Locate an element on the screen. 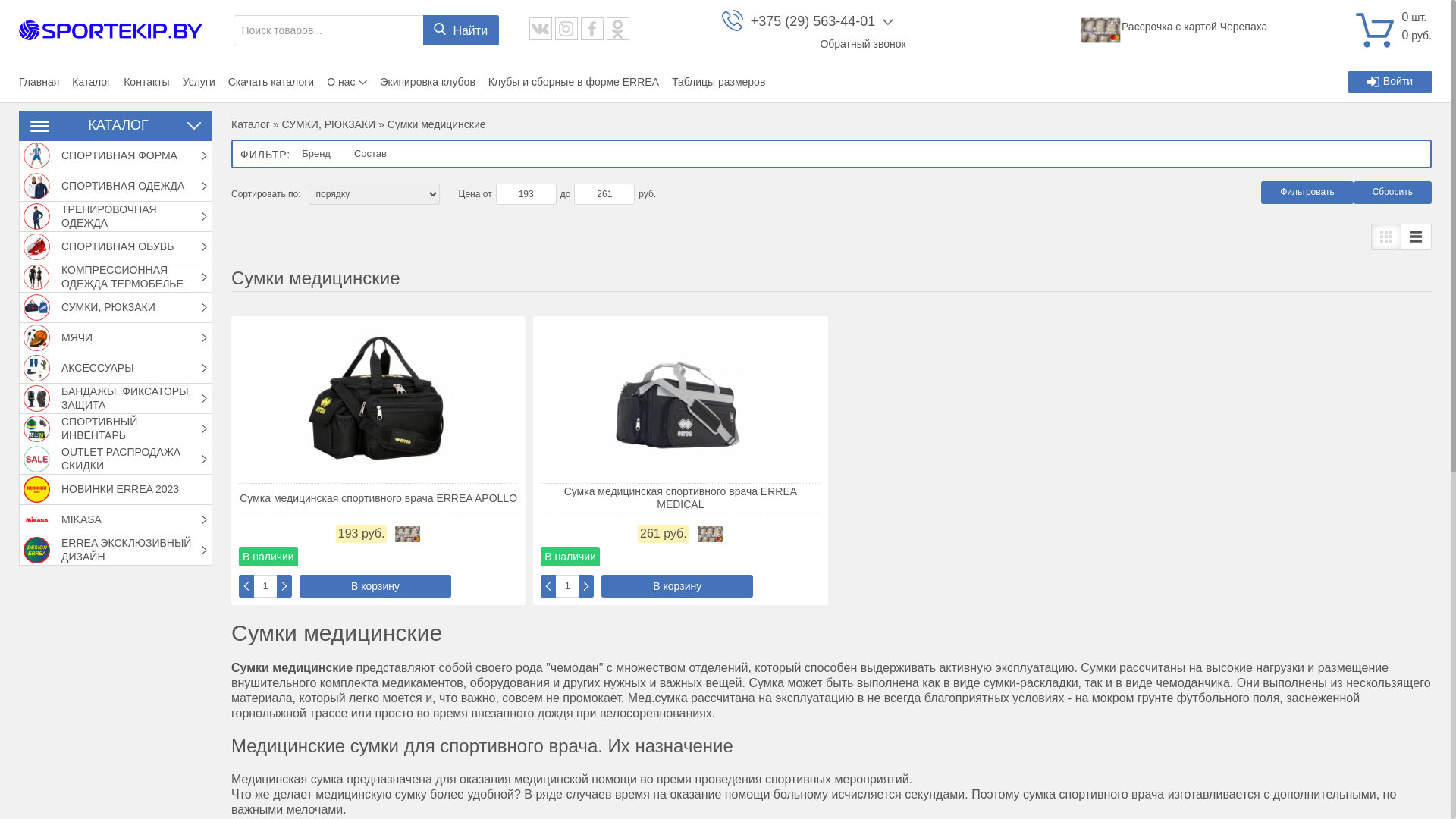  'Instagram' is located at coordinates (566, 29).